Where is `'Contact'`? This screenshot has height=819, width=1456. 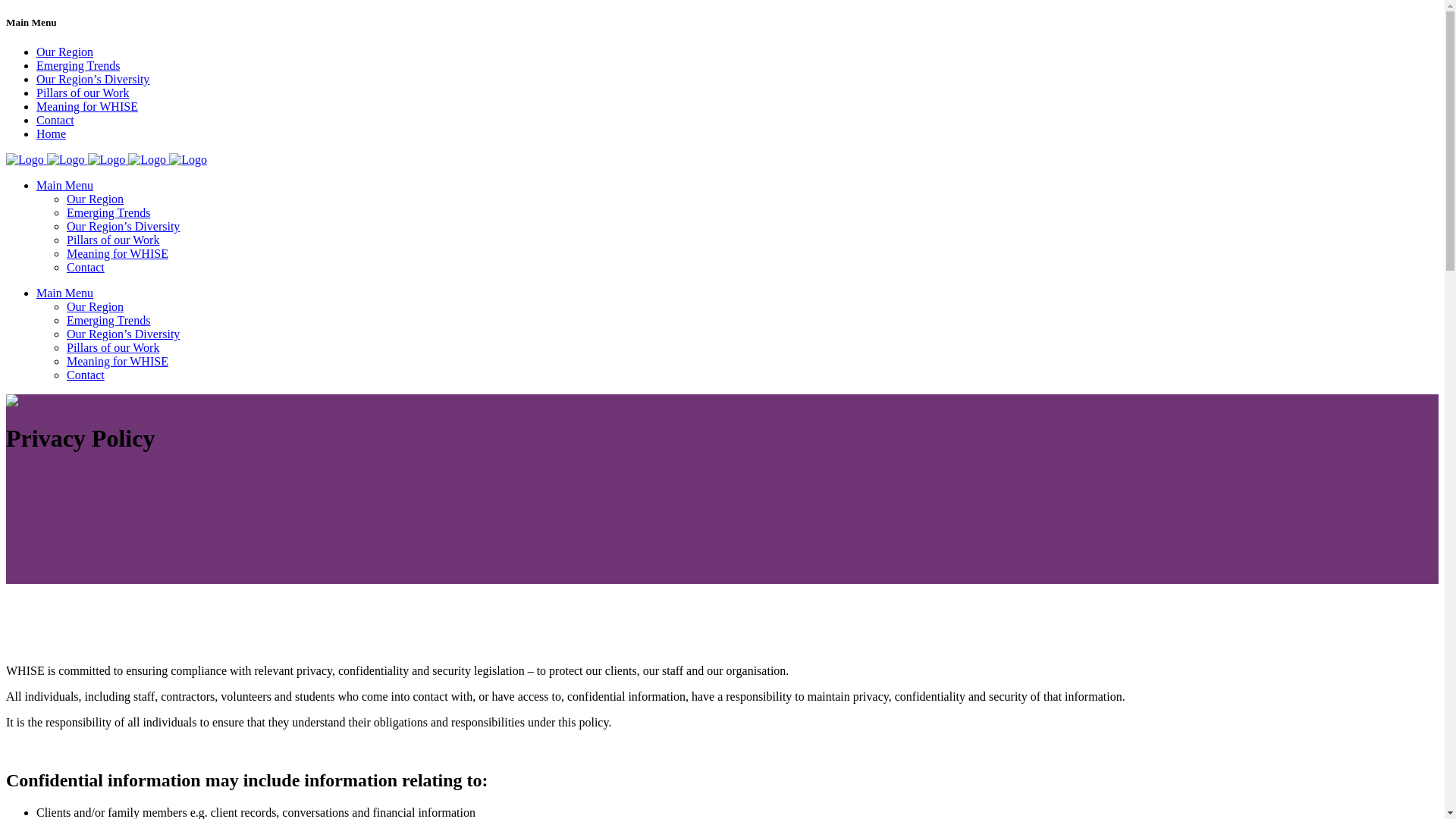
'Contact' is located at coordinates (65, 266).